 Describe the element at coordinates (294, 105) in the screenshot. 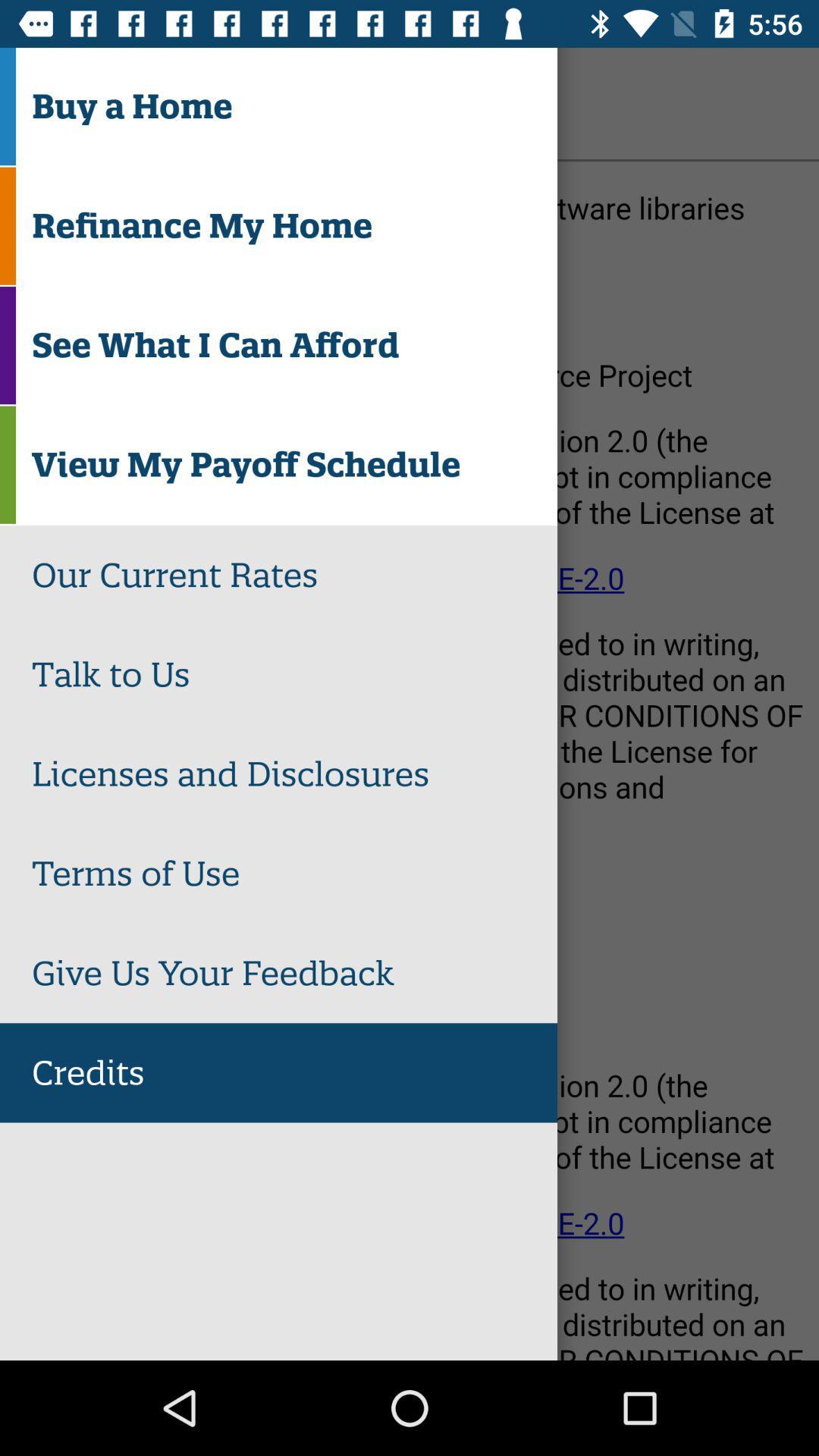

I see `the buy a home` at that location.